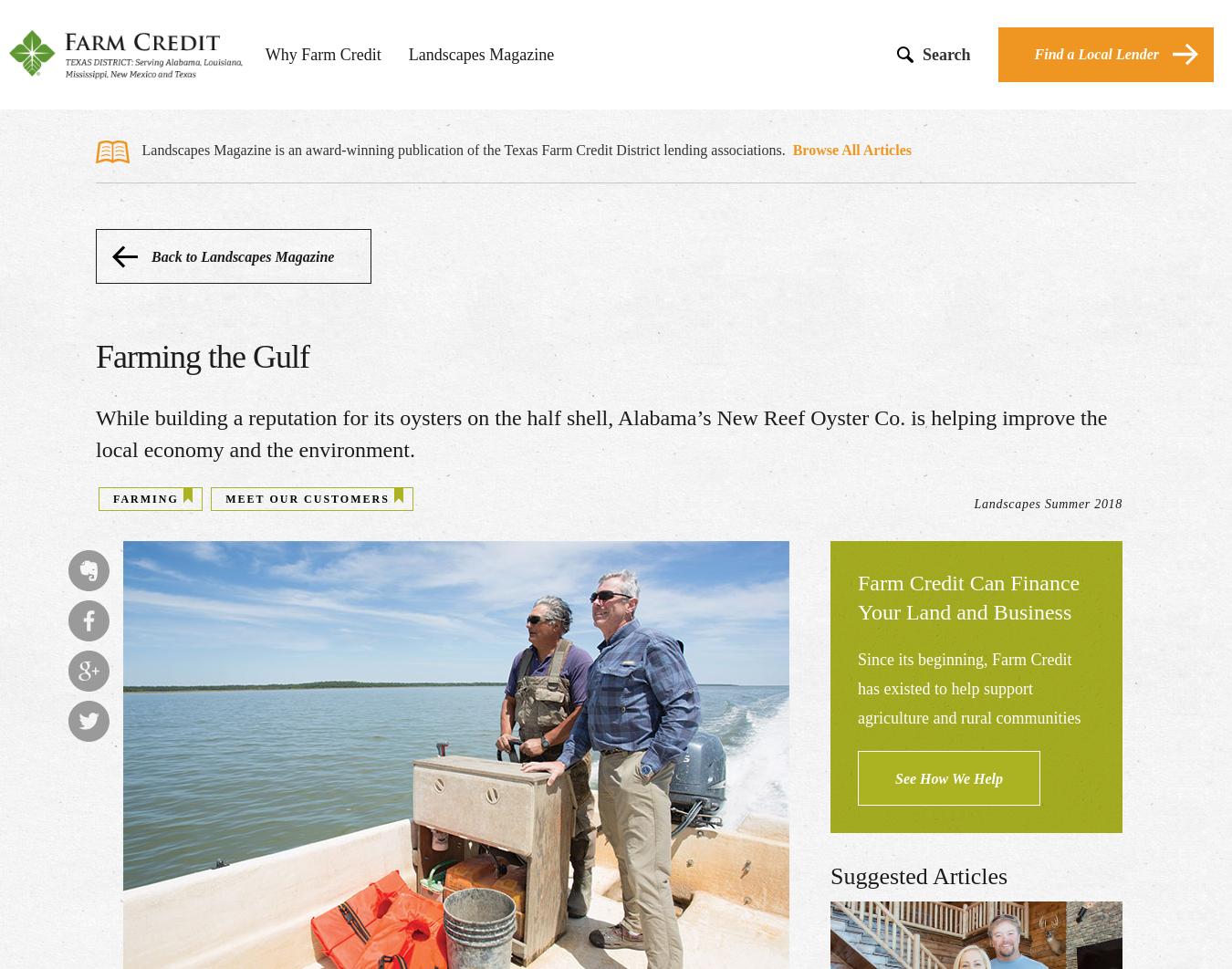 Image resolution: width=1232 pixels, height=969 pixels. Describe the element at coordinates (917, 875) in the screenshot. I see `'Suggested Articles'` at that location.